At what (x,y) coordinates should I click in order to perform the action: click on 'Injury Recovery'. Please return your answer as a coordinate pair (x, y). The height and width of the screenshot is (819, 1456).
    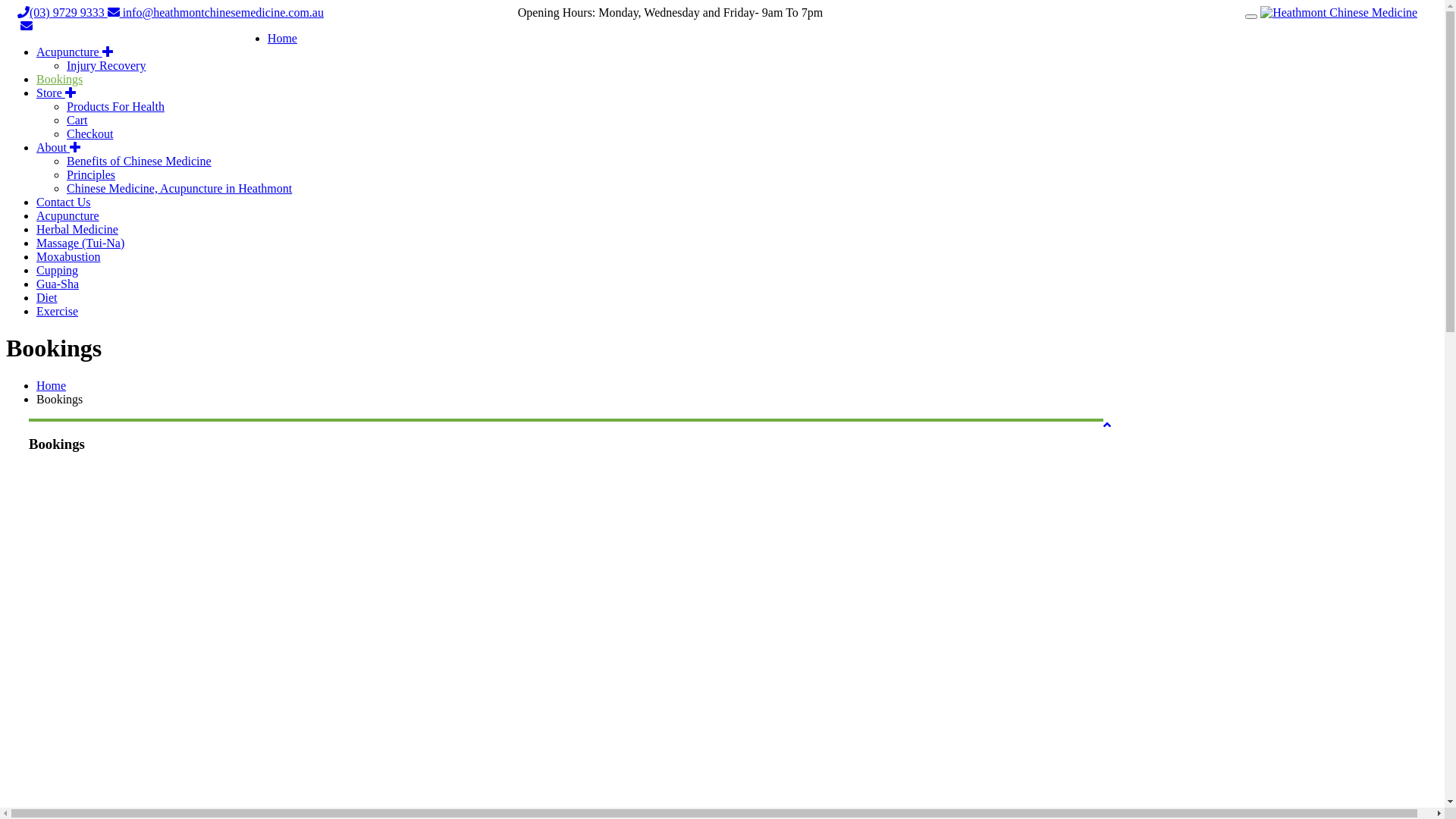
    Looking at the image, I should click on (105, 64).